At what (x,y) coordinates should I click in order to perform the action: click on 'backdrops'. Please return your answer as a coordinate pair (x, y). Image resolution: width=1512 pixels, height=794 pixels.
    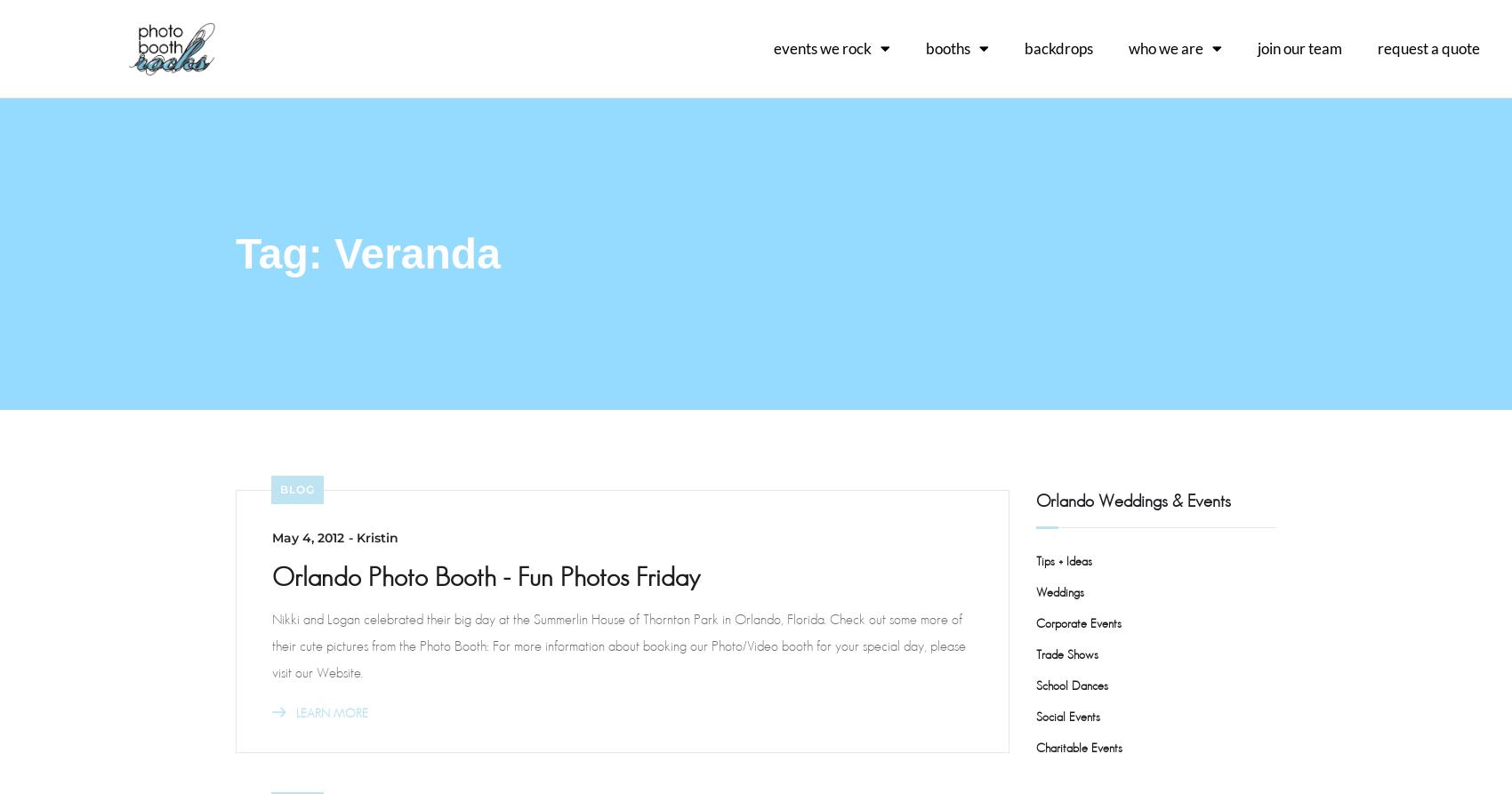
    Looking at the image, I should click on (1024, 47).